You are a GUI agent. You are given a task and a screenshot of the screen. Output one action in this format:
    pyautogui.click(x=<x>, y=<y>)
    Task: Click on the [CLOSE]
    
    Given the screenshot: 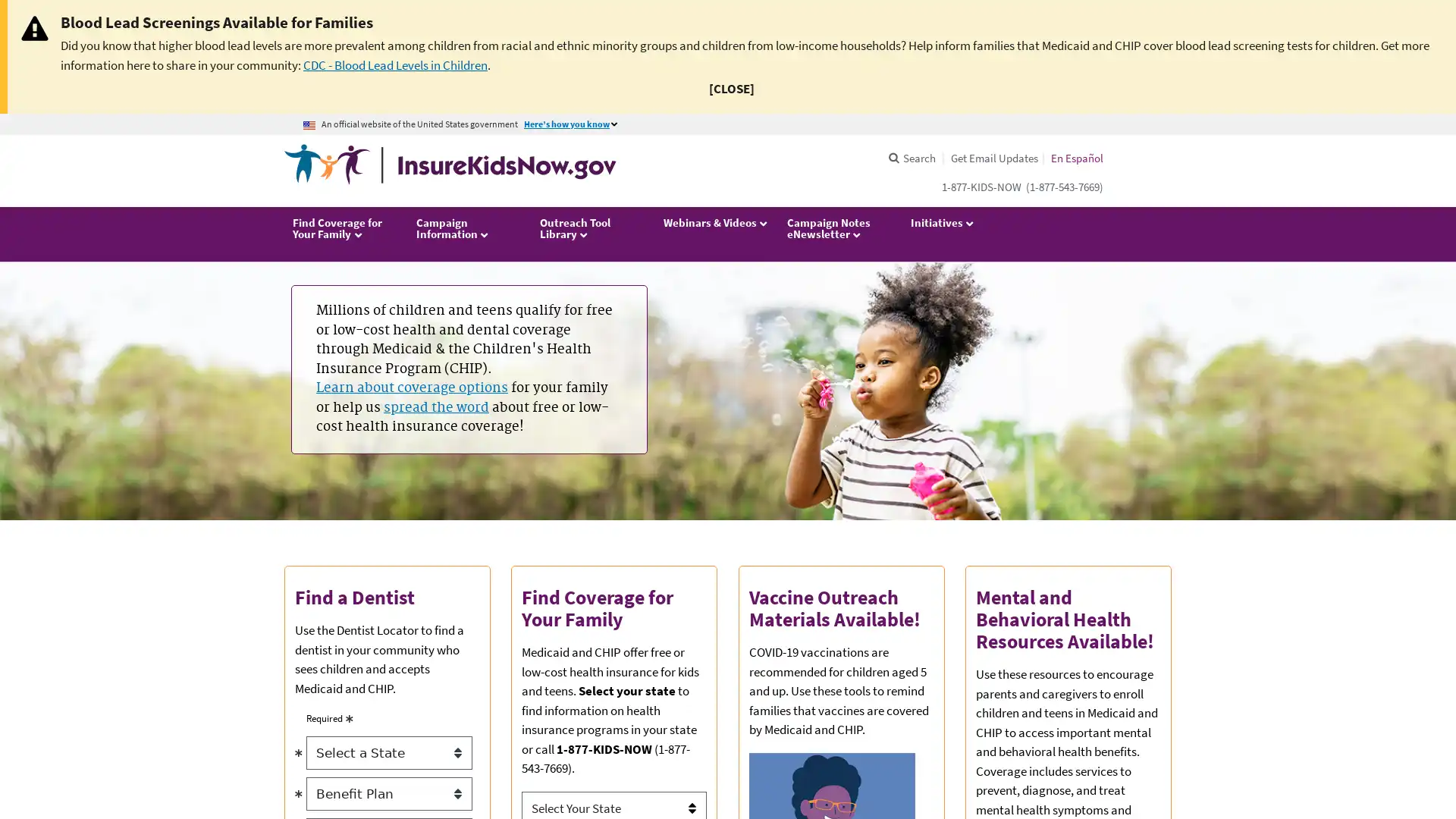 What is the action you would take?
    pyautogui.click(x=731, y=89)
    